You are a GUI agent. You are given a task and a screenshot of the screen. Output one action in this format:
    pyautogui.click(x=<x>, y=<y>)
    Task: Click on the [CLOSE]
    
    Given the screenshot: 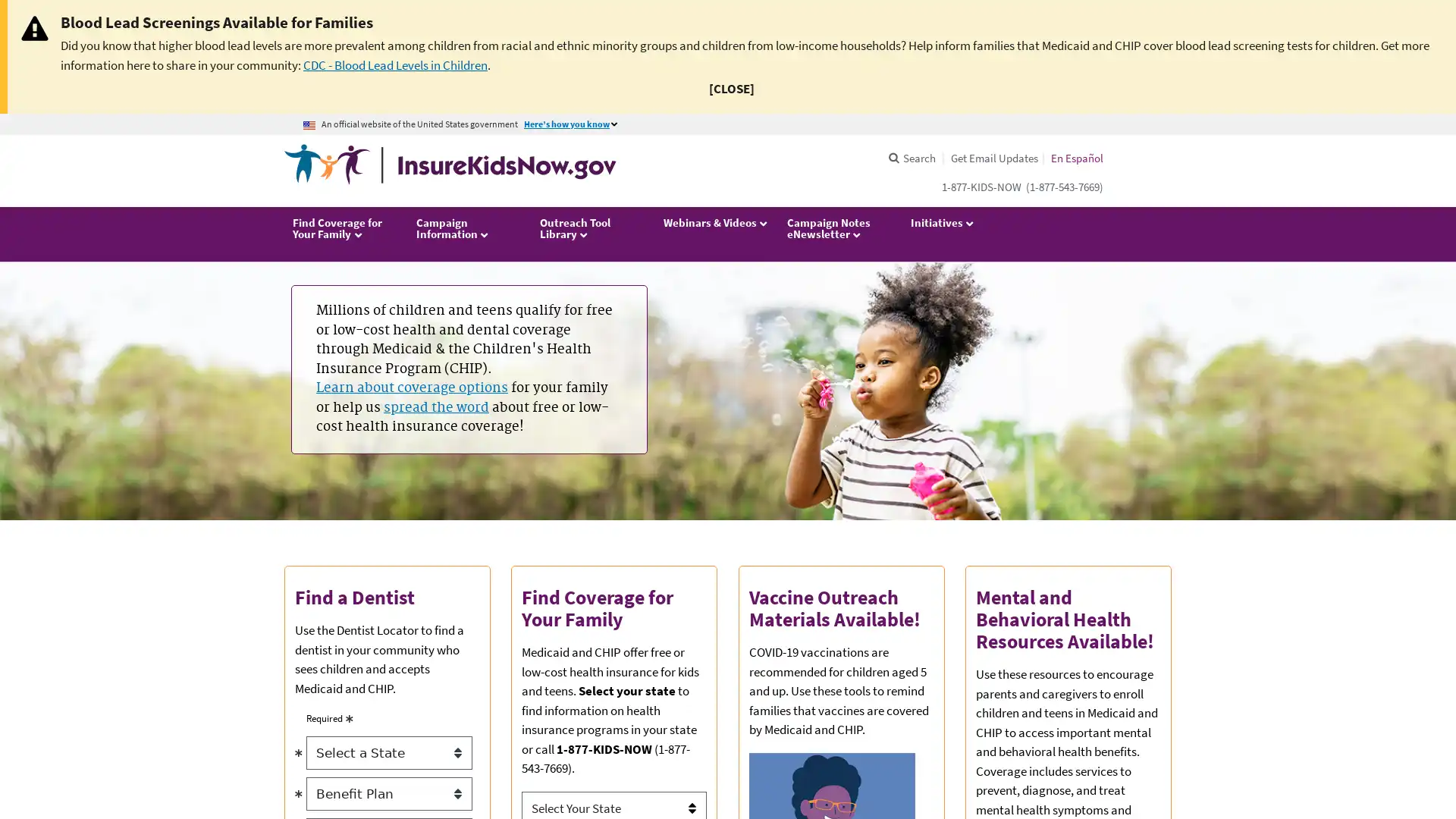 What is the action you would take?
    pyautogui.click(x=731, y=89)
    